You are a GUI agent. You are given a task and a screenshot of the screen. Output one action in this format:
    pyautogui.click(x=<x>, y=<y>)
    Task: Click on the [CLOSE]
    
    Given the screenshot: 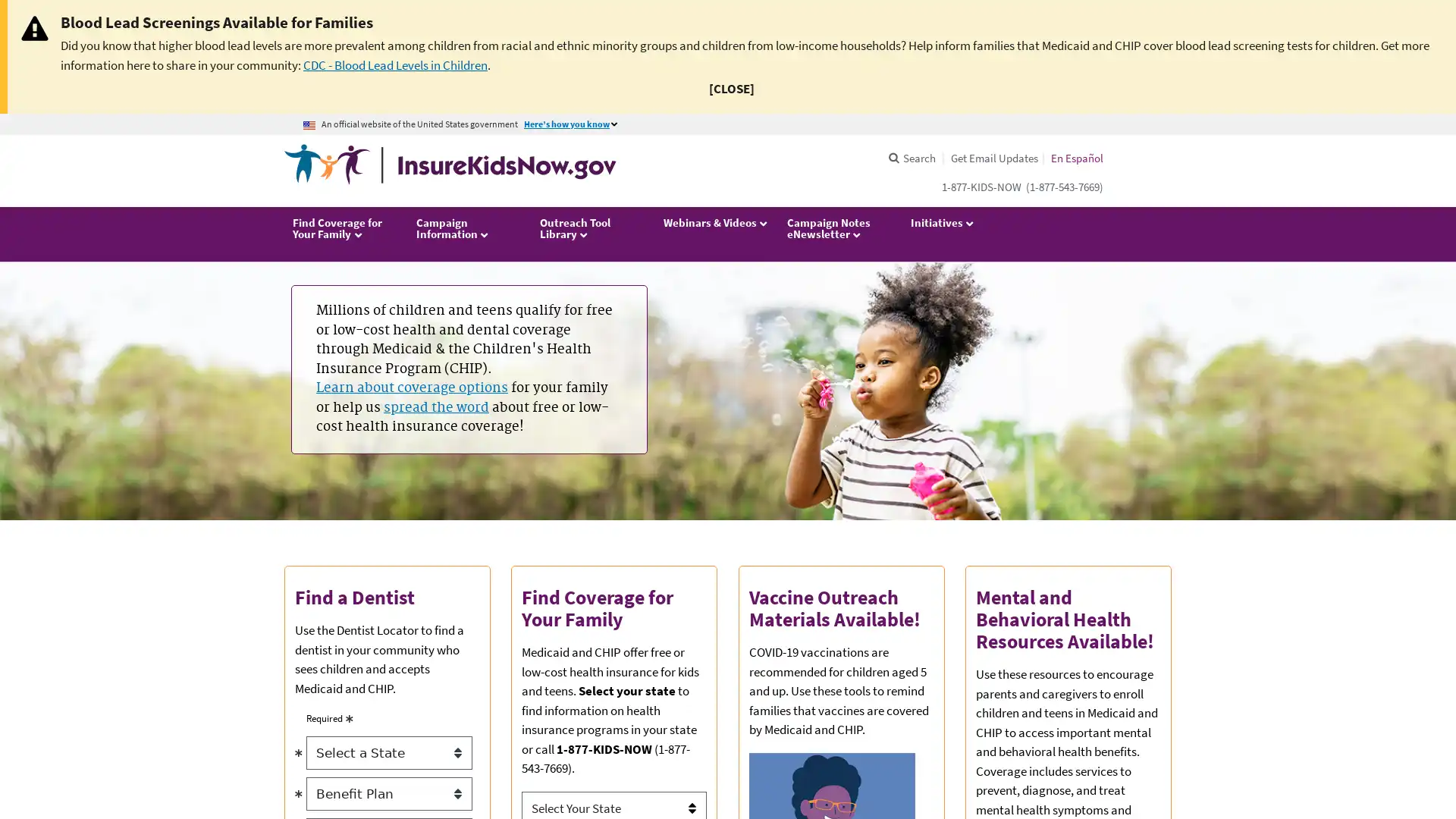 What is the action you would take?
    pyautogui.click(x=731, y=89)
    